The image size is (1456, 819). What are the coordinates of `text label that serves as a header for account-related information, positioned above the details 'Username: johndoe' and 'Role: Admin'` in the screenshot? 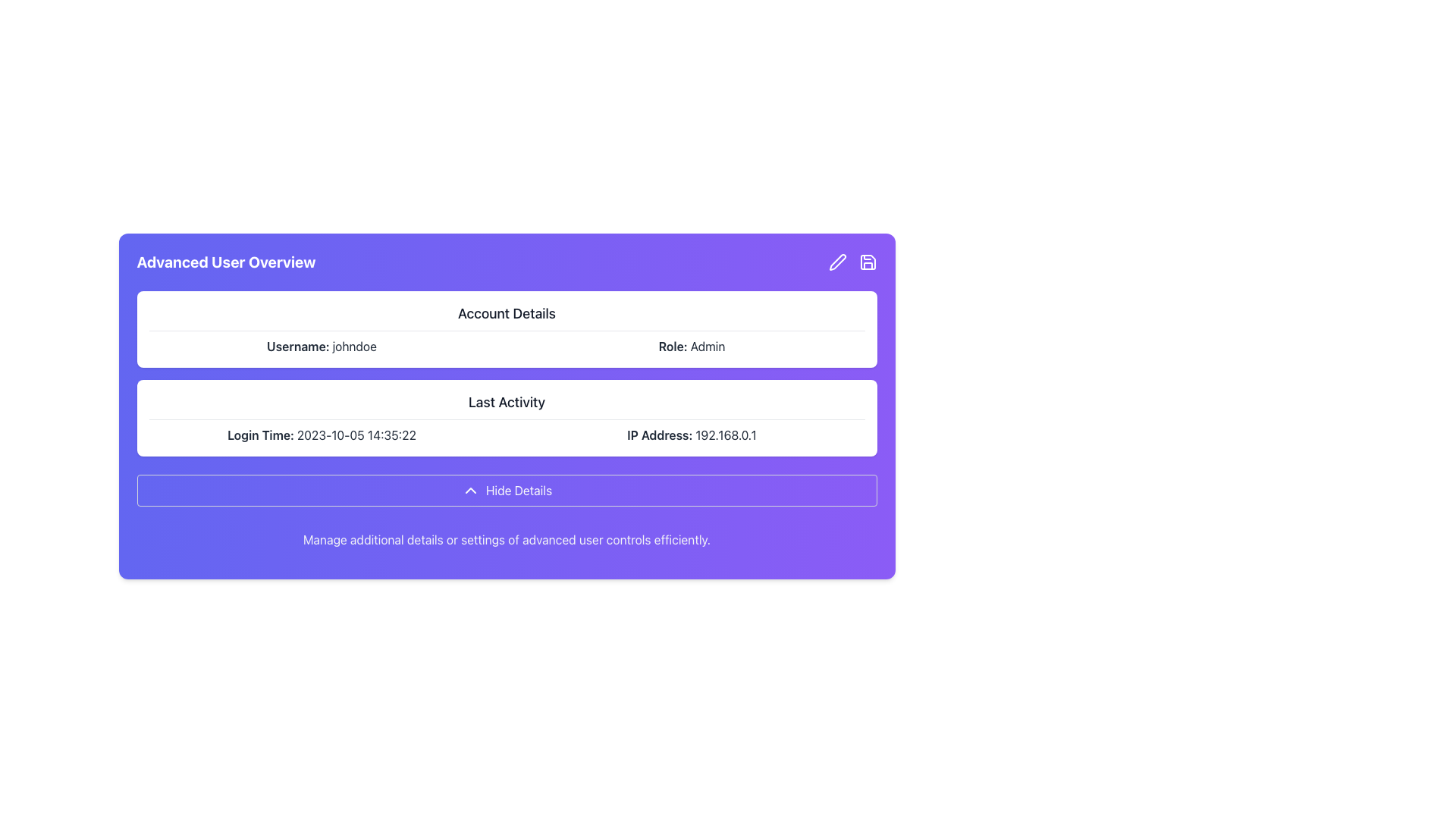 It's located at (507, 316).